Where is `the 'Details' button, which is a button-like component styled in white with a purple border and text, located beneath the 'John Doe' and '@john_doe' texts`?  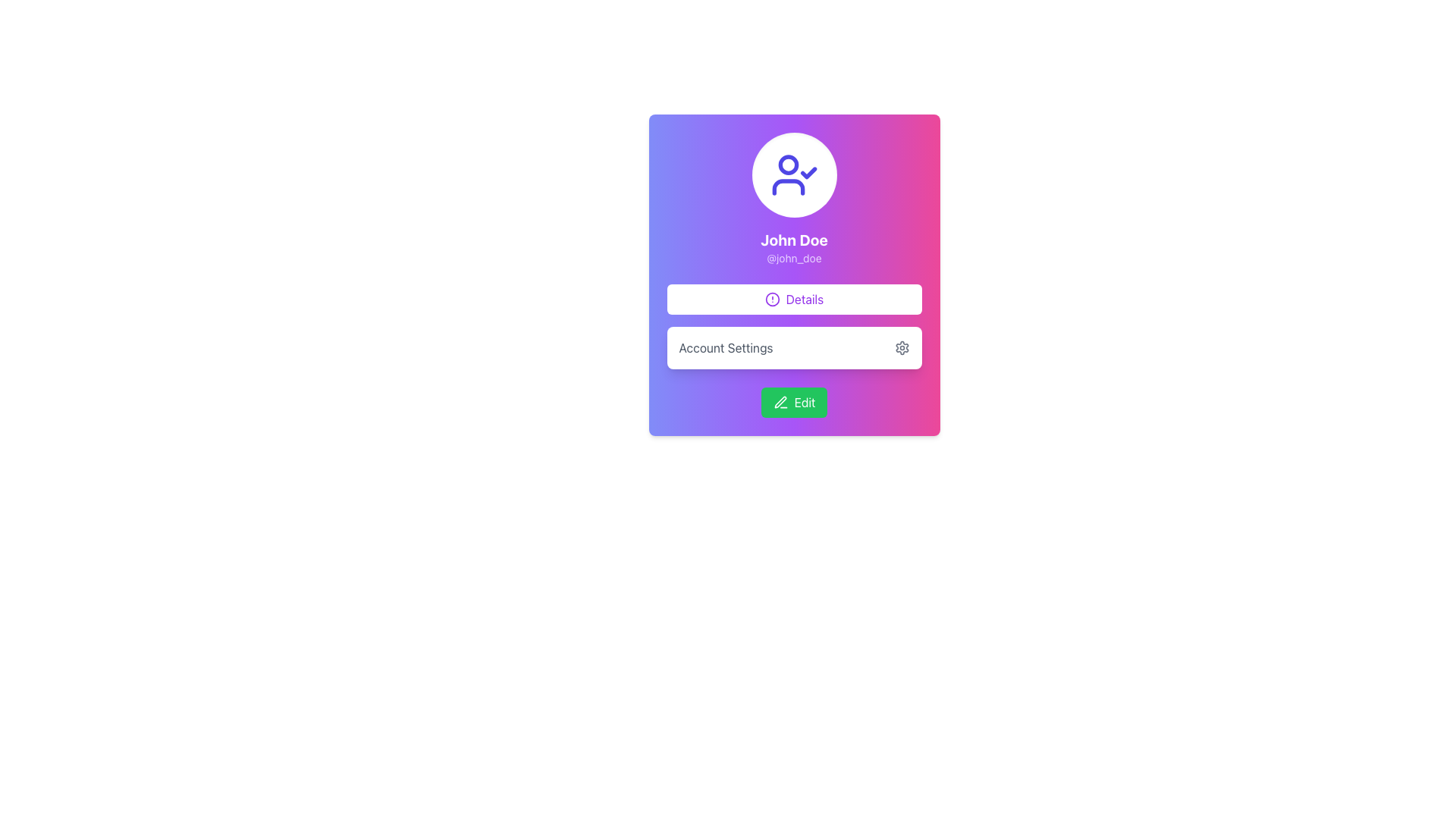
the 'Details' button, which is a button-like component styled in white with a purple border and text, located beneath the 'John Doe' and '@john_doe' texts is located at coordinates (793, 299).